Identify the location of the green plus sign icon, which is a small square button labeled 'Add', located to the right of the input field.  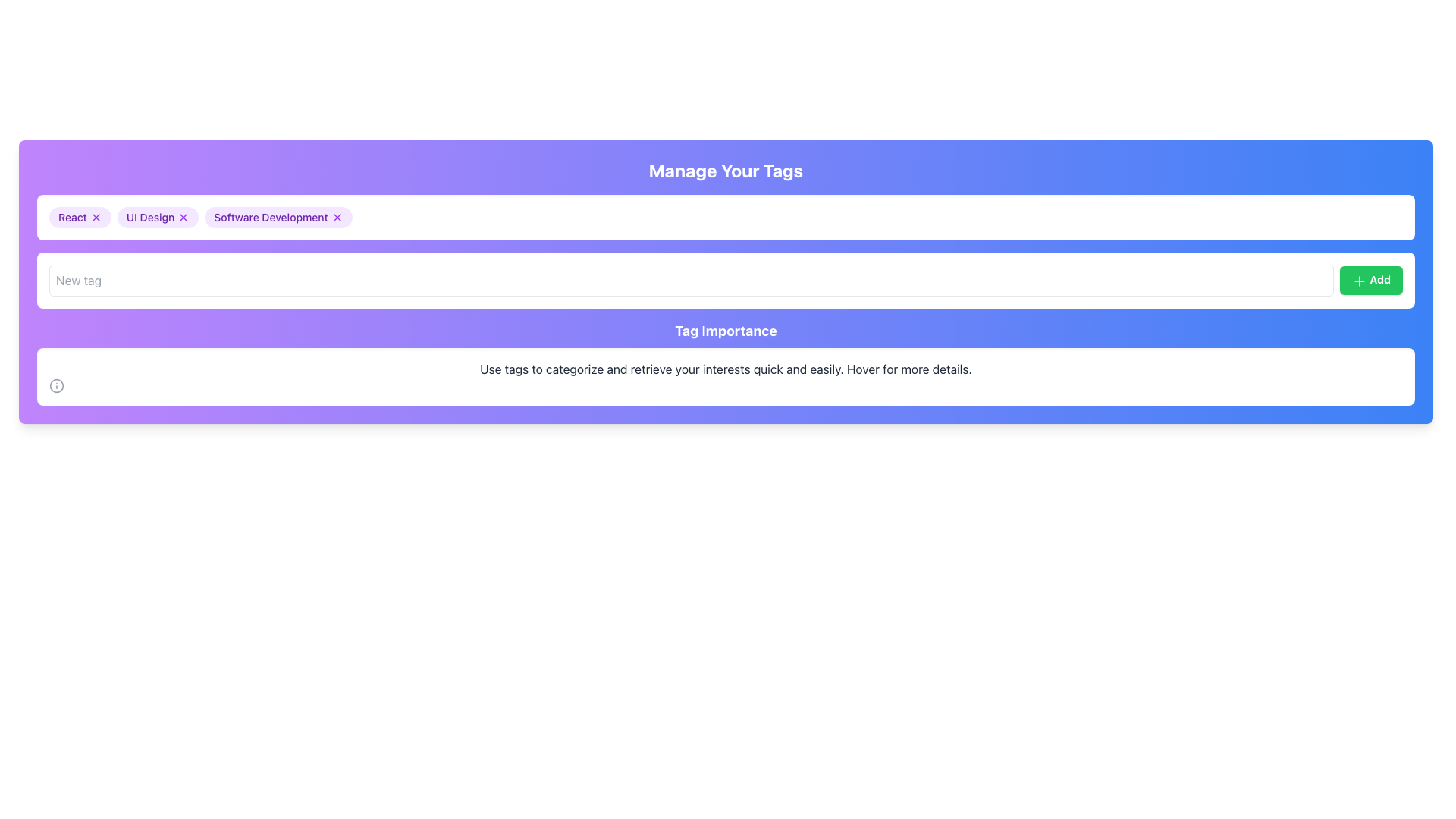
(1359, 281).